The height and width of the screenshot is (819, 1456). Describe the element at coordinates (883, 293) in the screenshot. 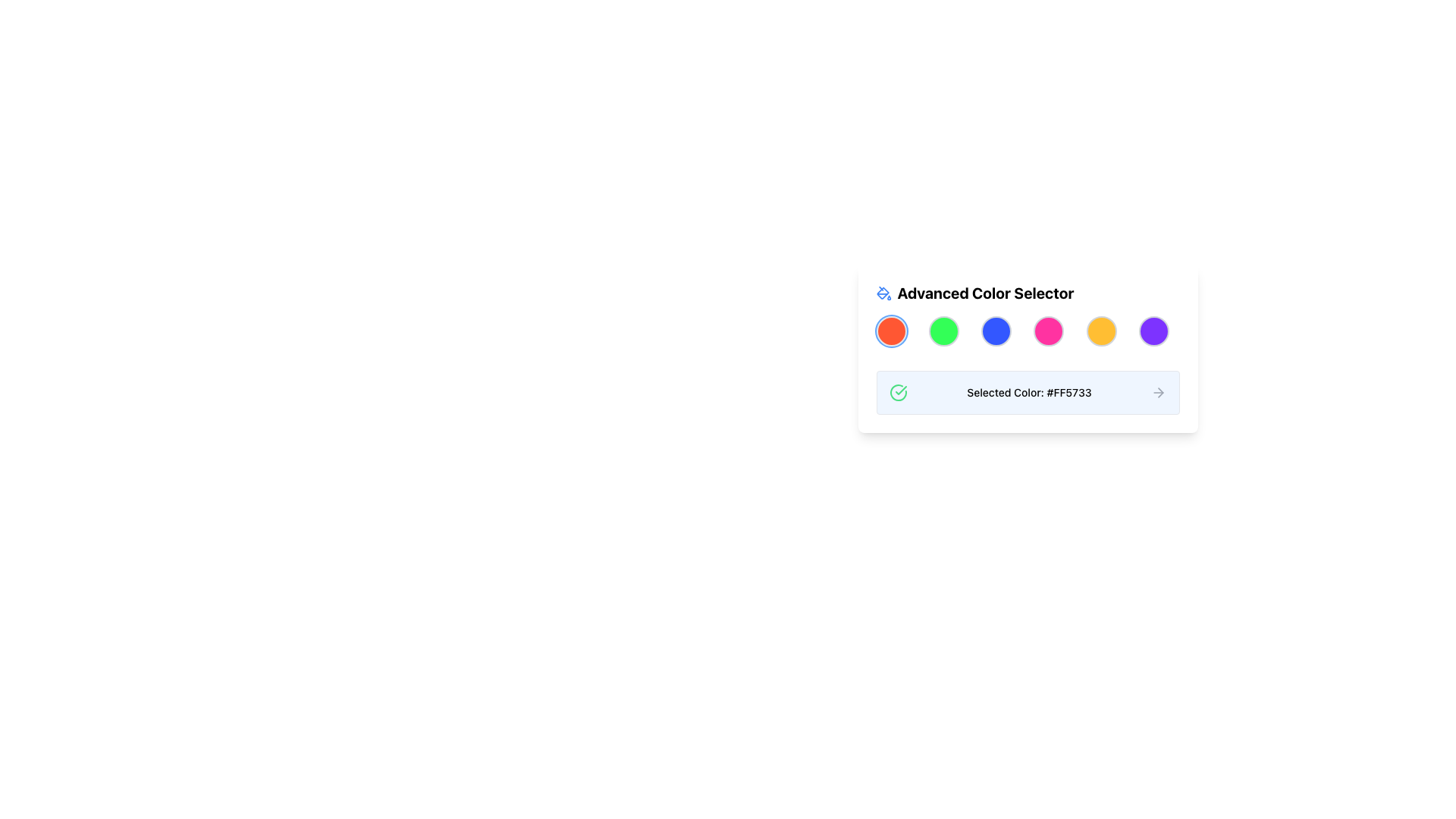

I see `the blue paint bucket icon located to the left of the 'Advanced Color Selector' label` at that location.